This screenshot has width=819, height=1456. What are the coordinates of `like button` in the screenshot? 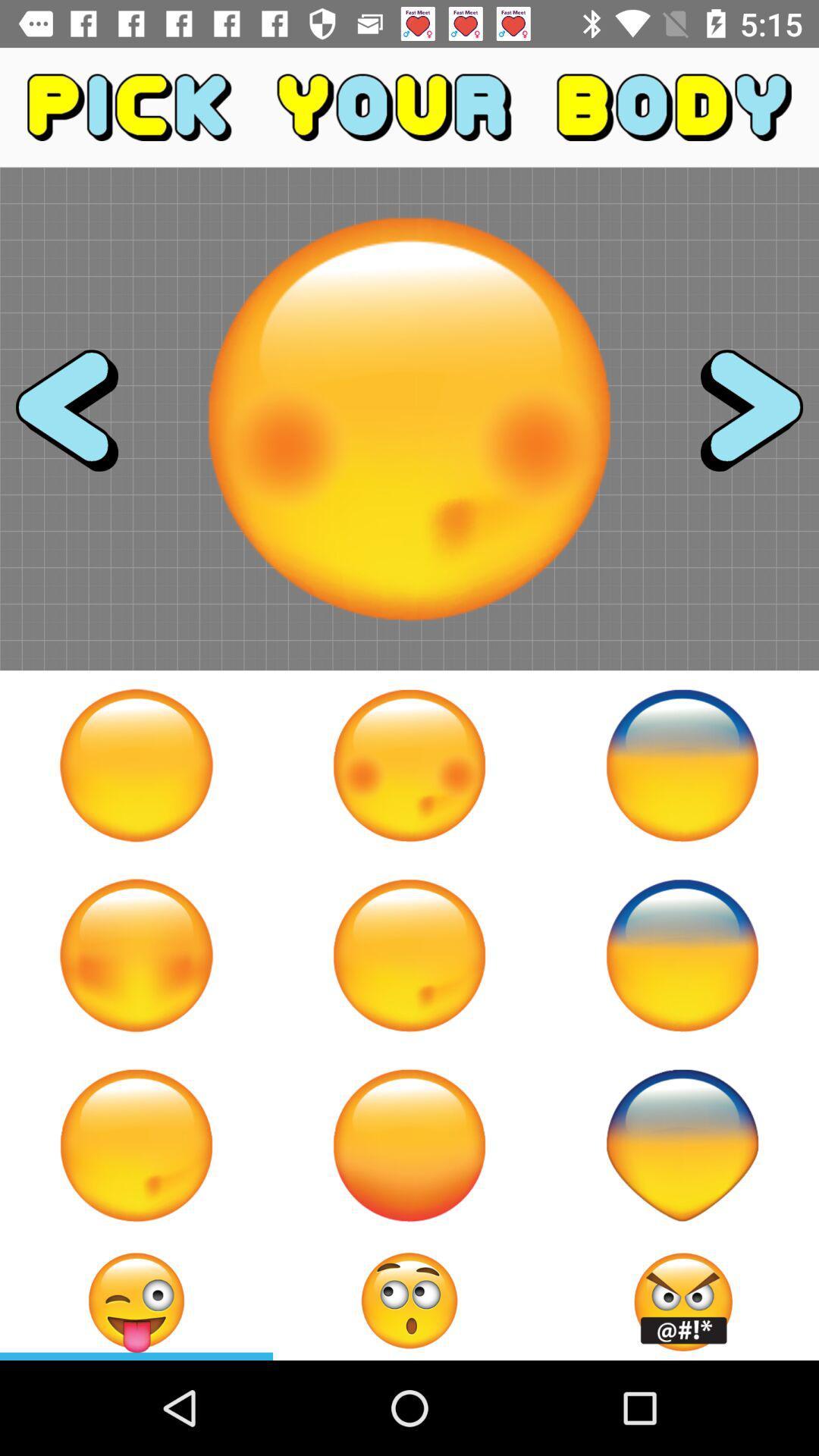 It's located at (136, 1145).